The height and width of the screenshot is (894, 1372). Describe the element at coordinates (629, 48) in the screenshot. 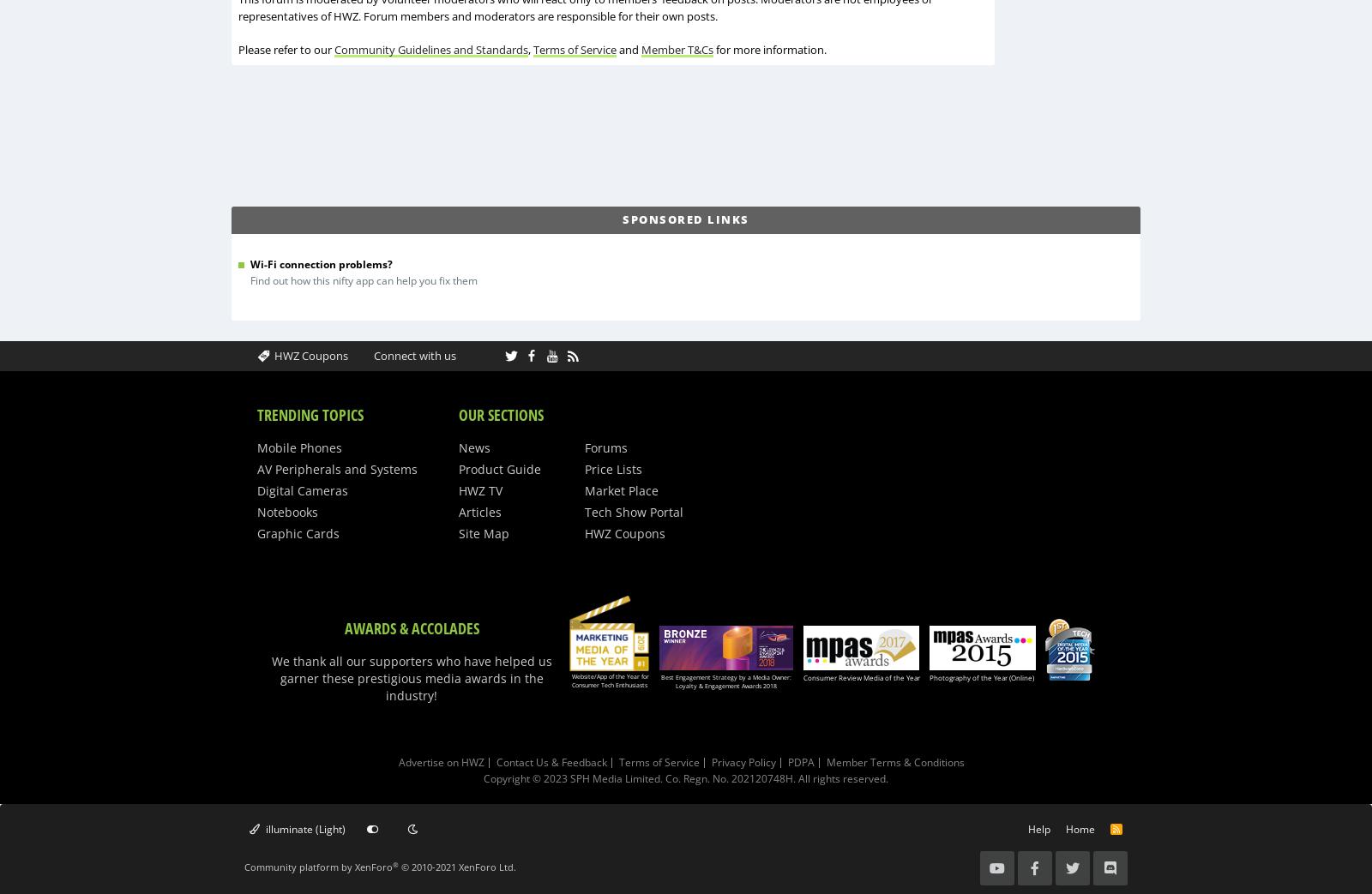

I see `'and'` at that location.